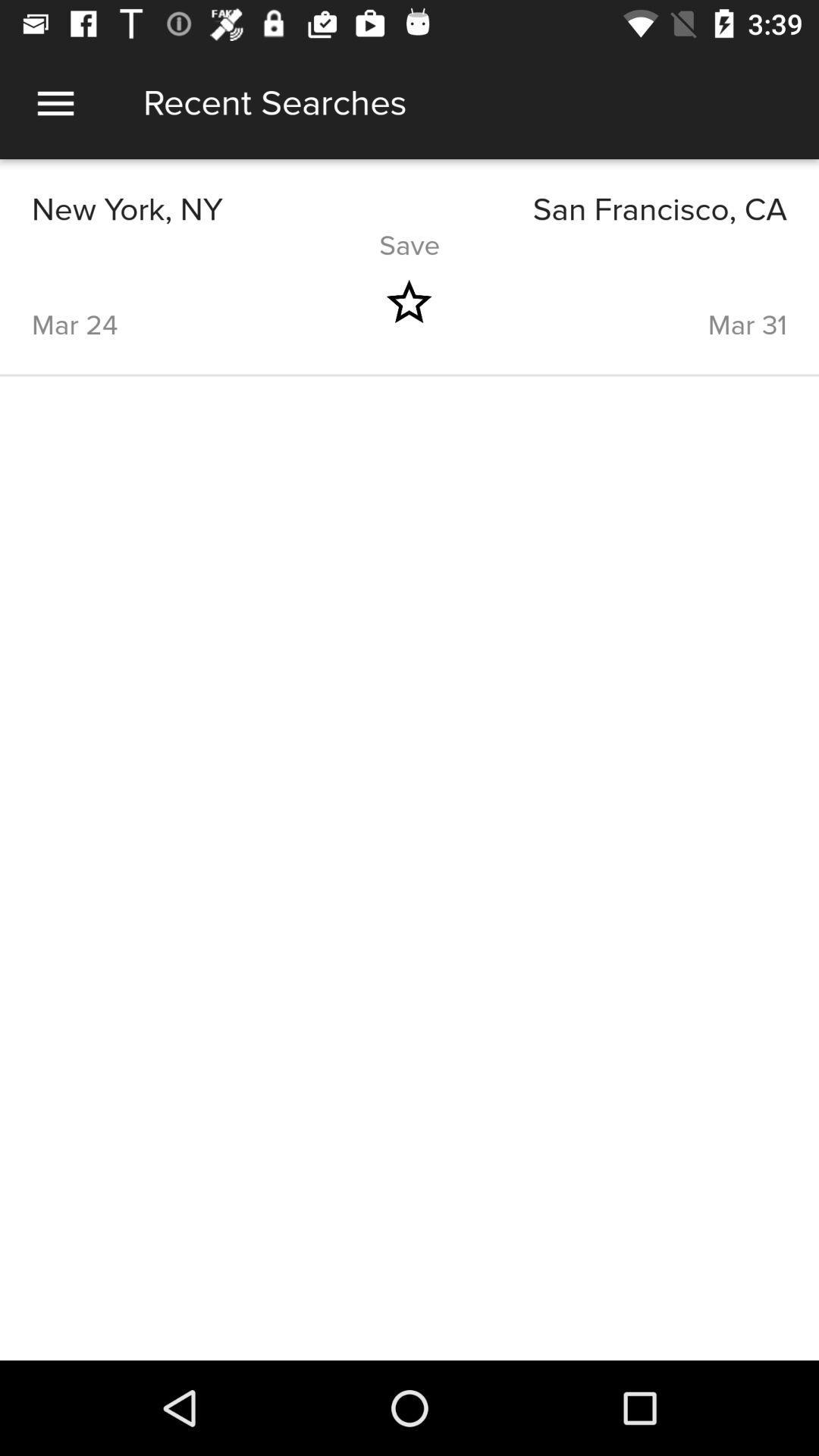 Image resolution: width=819 pixels, height=1456 pixels. Describe the element at coordinates (598, 209) in the screenshot. I see `icon to the right of new york, ny icon` at that location.